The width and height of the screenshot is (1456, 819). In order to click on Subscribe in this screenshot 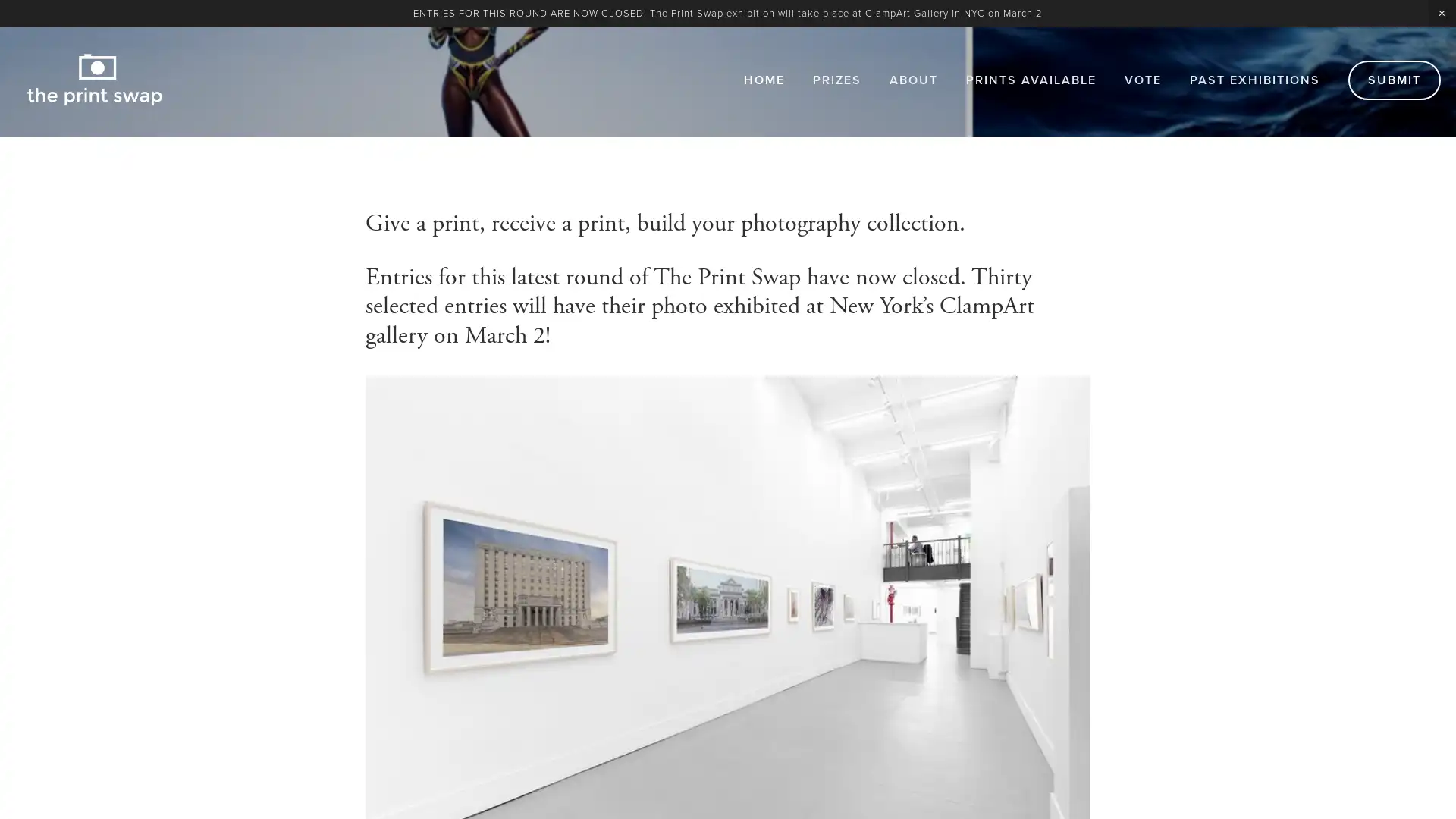, I will do `click(856, 402)`.